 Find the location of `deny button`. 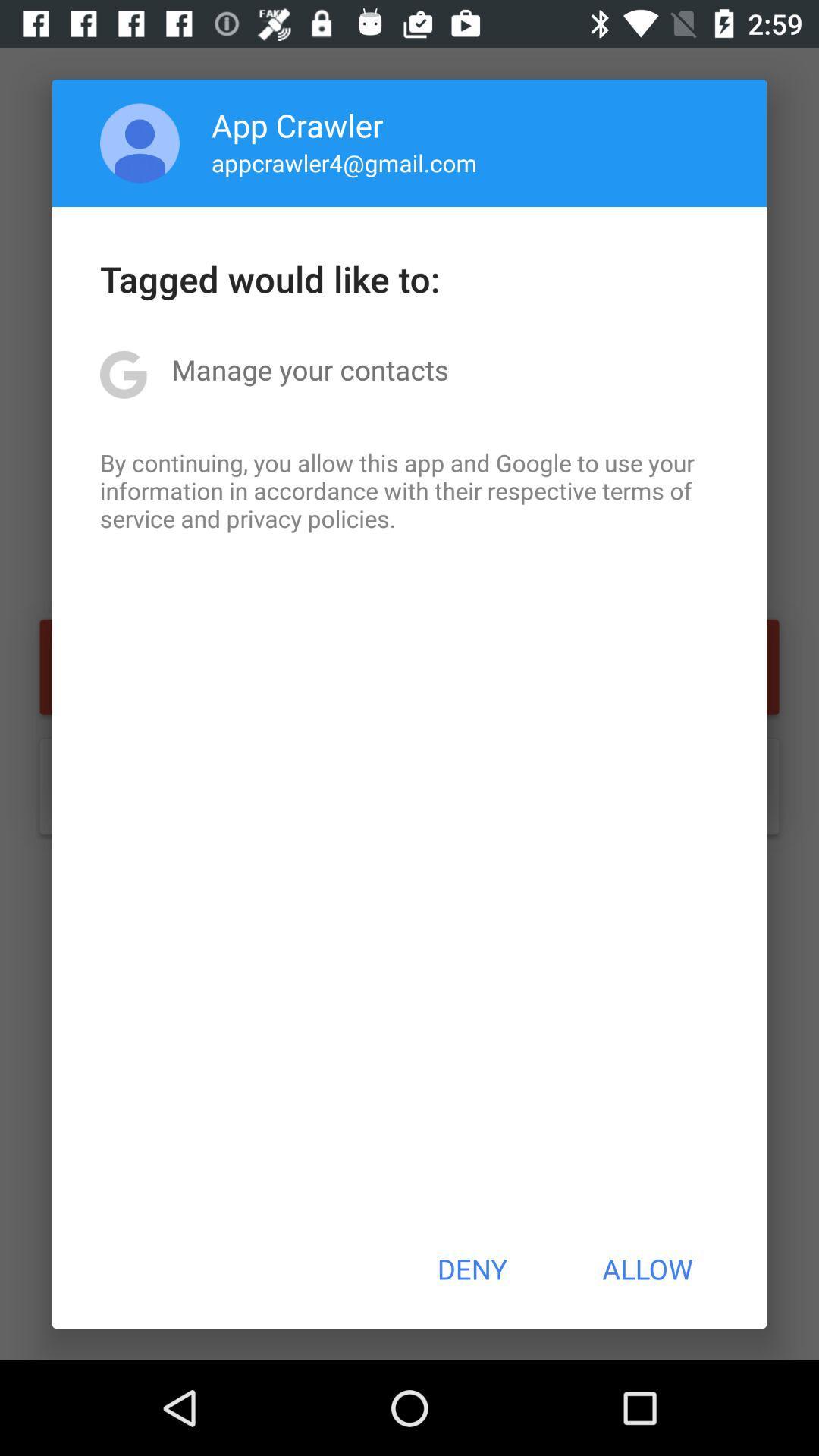

deny button is located at coordinates (471, 1269).